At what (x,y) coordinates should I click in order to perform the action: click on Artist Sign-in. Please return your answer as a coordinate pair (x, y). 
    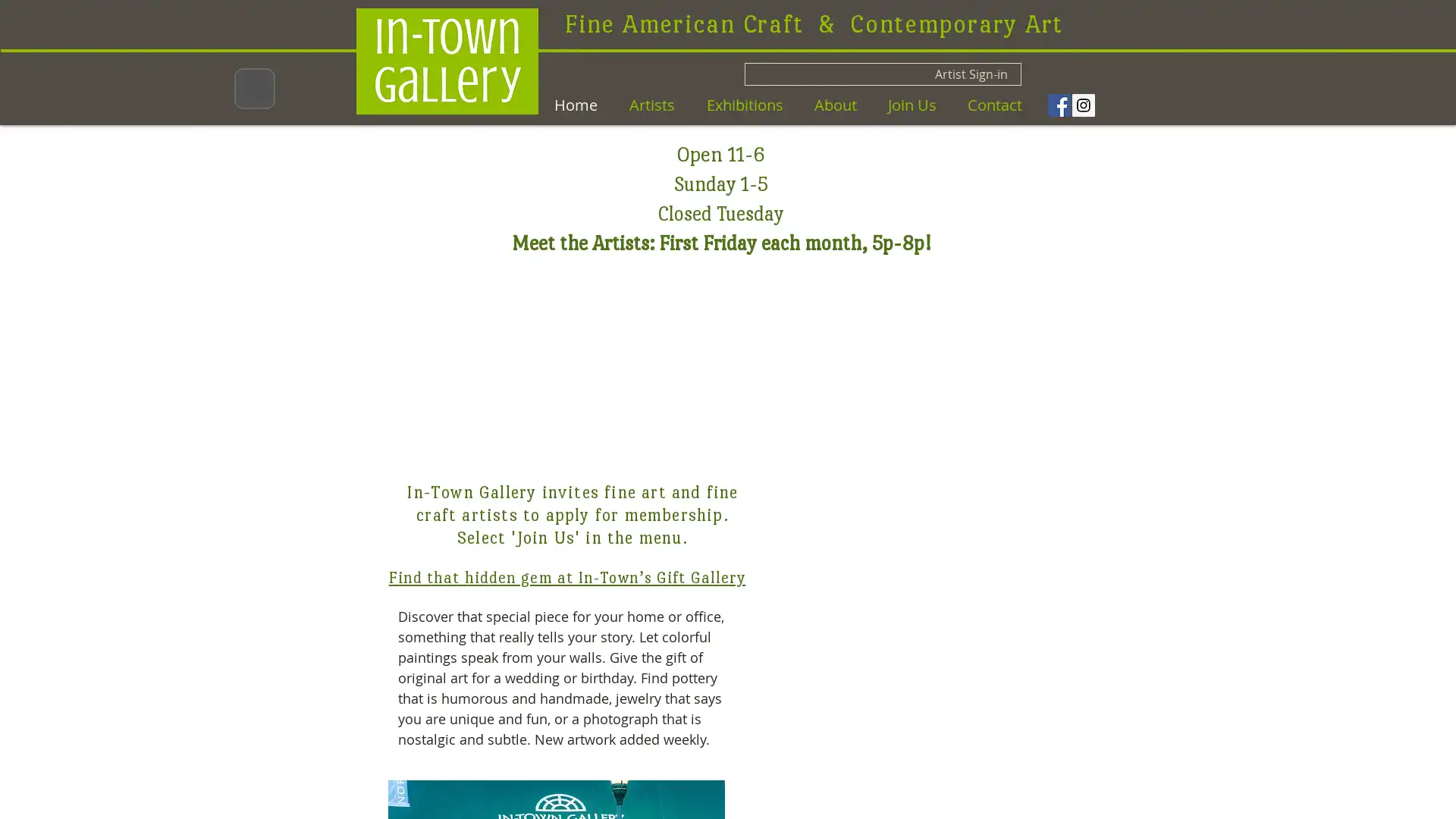
    Looking at the image, I should click on (883, 74).